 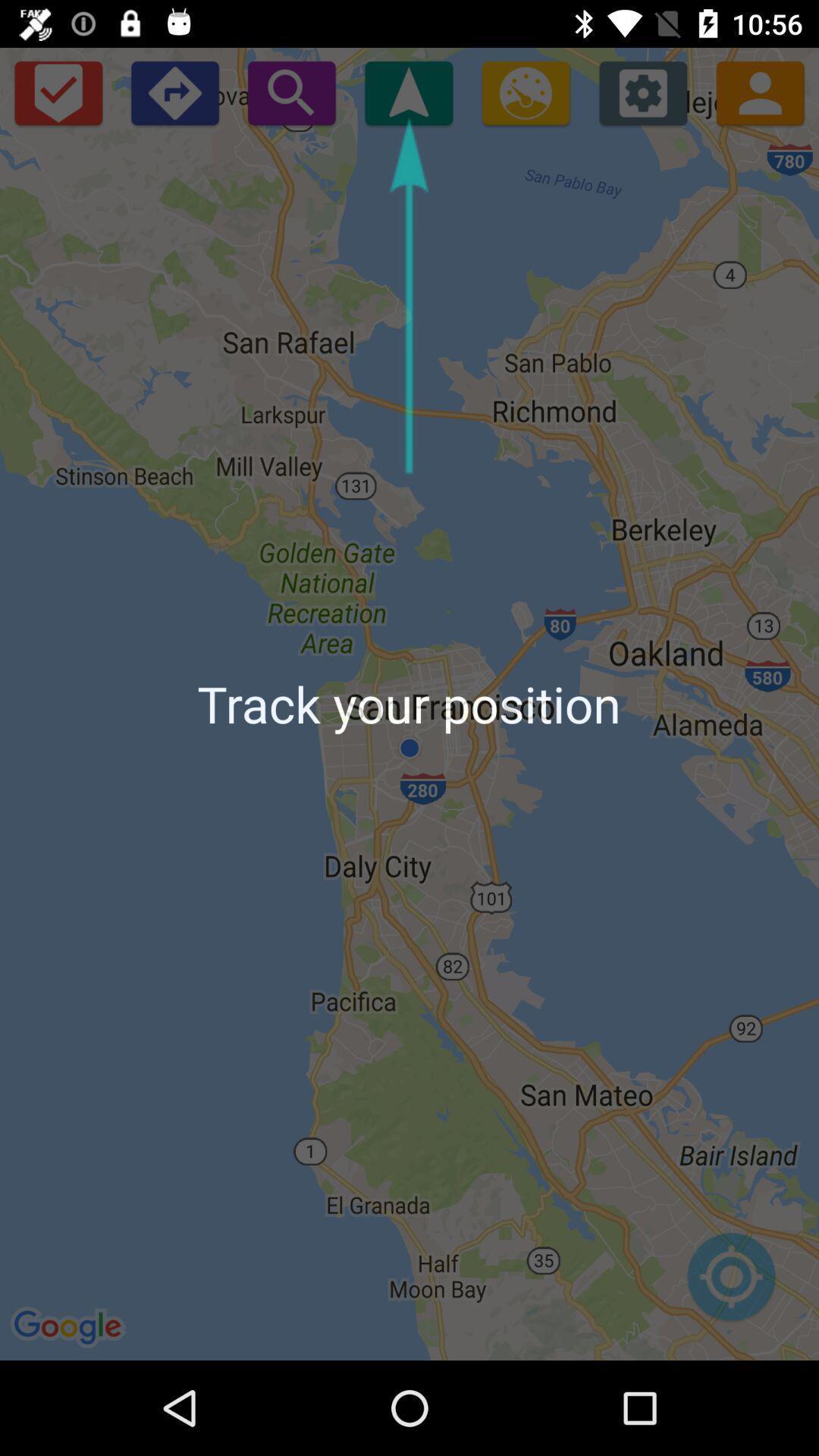 What do you see at coordinates (174, 92) in the screenshot?
I see `look up directions` at bounding box center [174, 92].